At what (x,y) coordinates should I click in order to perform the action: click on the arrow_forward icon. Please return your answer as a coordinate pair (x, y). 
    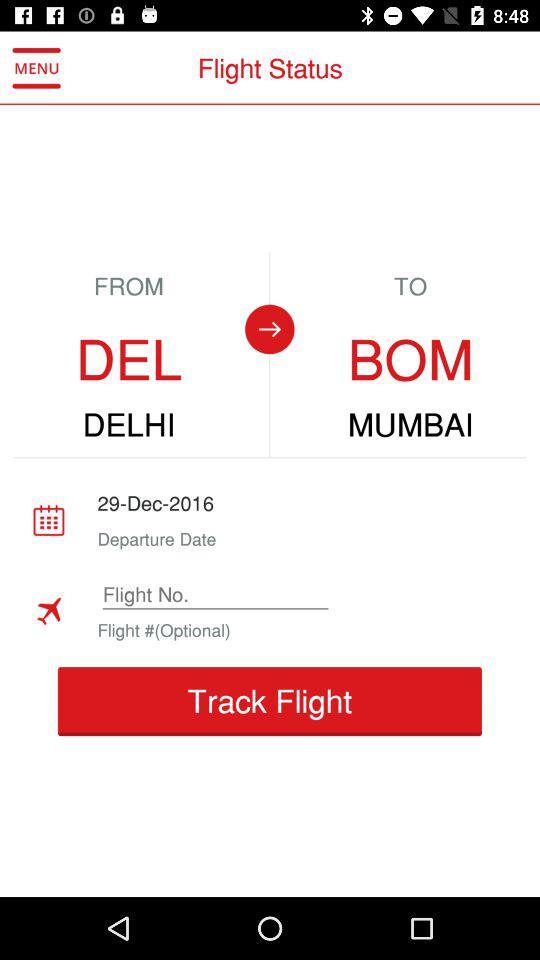
    Looking at the image, I should click on (269, 329).